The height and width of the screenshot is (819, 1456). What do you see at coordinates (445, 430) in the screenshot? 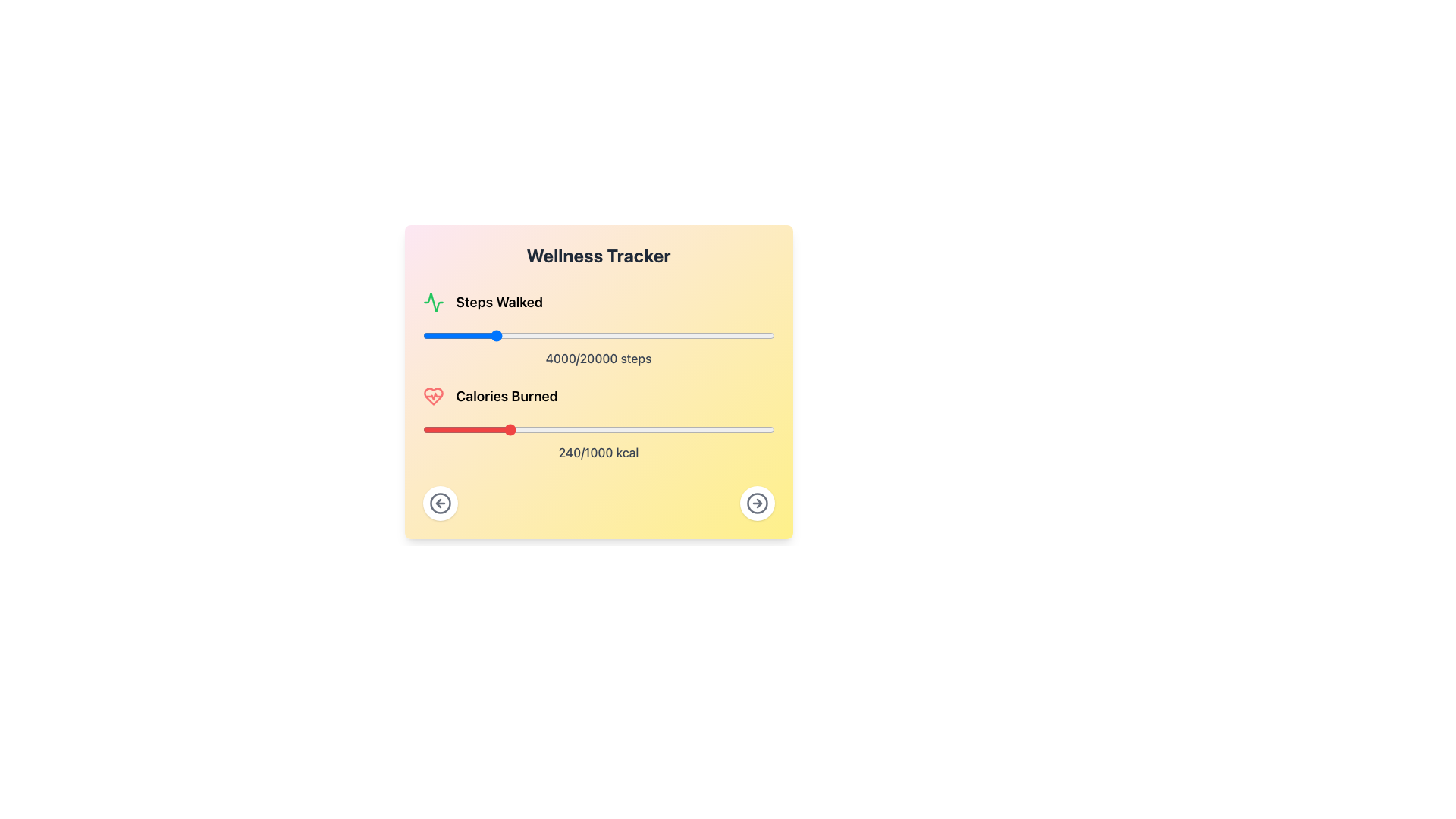
I see `calories burned slider` at bounding box center [445, 430].